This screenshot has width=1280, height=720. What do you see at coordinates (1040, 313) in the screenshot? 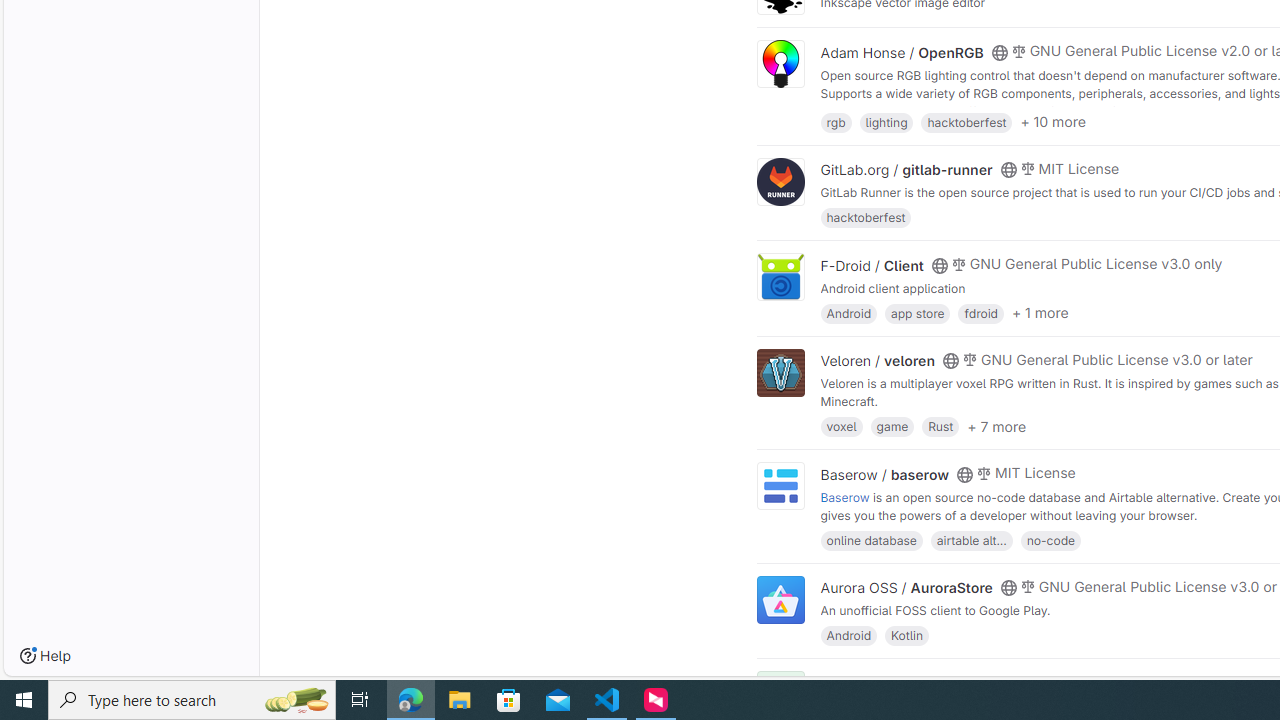
I see `'+ 1 more'` at bounding box center [1040, 313].